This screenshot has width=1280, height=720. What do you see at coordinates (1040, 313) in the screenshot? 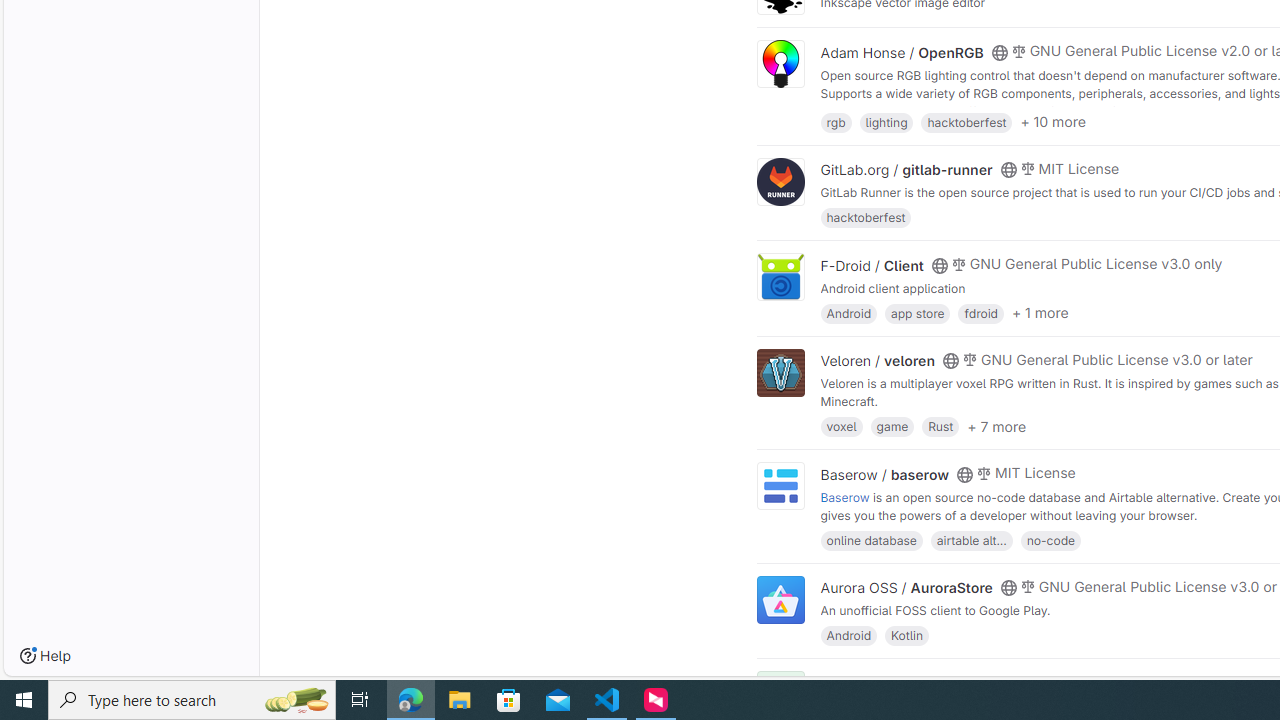
I see `'+ 1 more'` at bounding box center [1040, 313].